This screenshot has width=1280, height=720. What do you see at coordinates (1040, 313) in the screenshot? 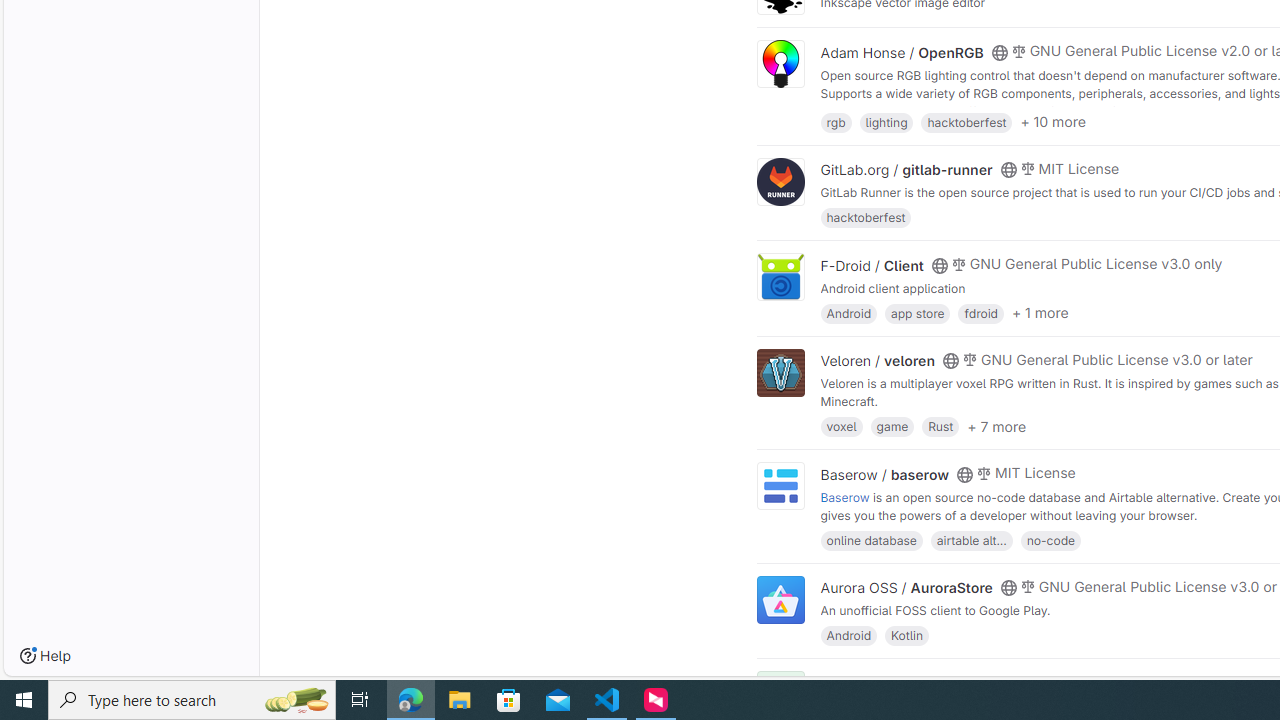
I see `'+ 1 more'` at bounding box center [1040, 313].